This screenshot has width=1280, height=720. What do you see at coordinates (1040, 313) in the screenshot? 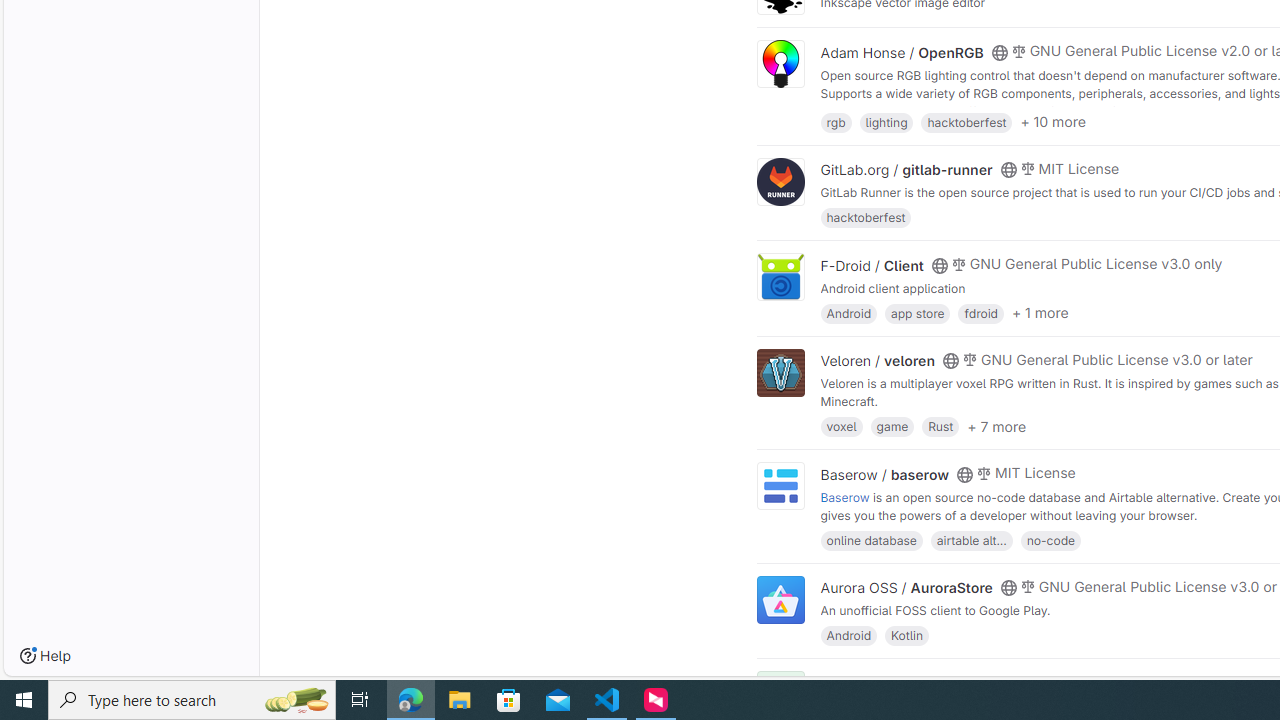
I see `'+ 1 more'` at bounding box center [1040, 313].